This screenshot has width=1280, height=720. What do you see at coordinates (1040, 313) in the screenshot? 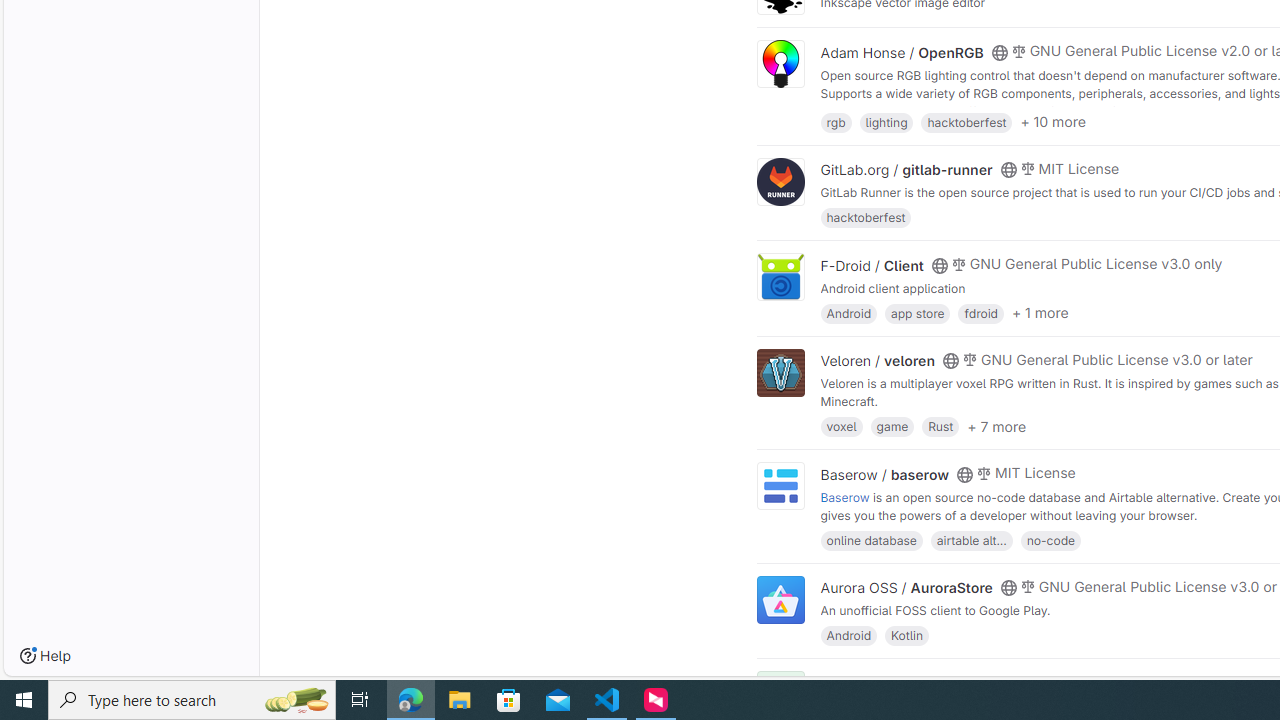
I see `'+ 1 more'` at bounding box center [1040, 313].